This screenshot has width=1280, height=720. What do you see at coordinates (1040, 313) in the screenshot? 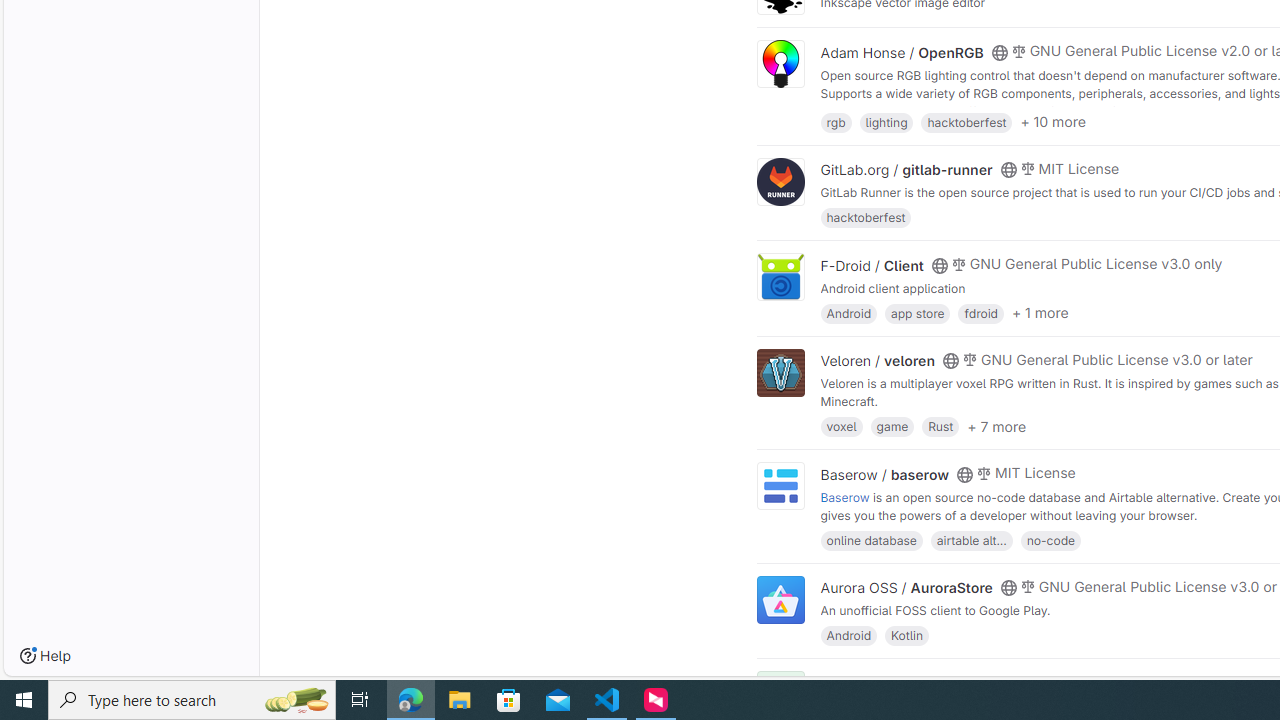
I see `'+ 1 more'` at bounding box center [1040, 313].